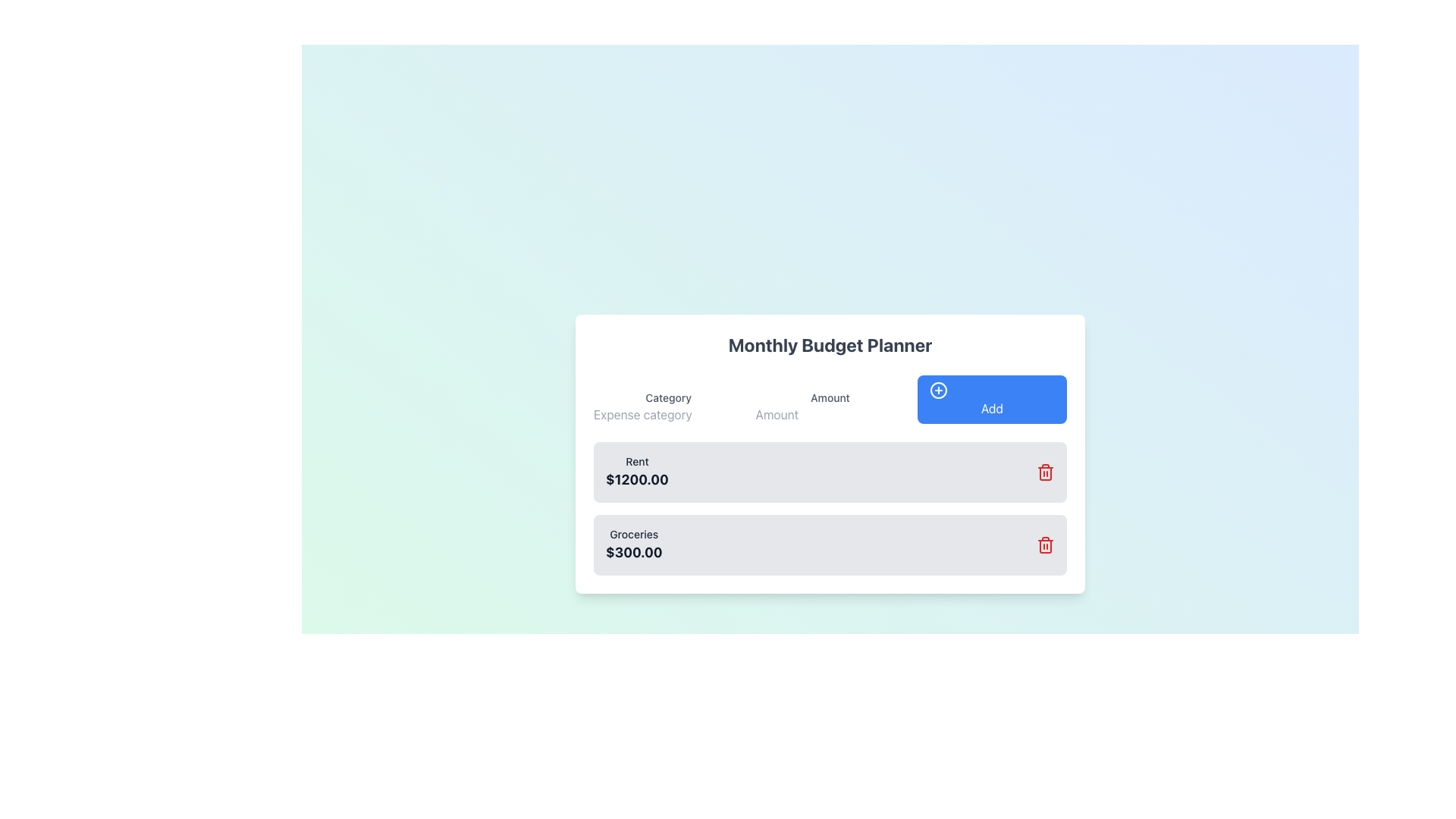 The image size is (1456, 819). Describe the element at coordinates (829, 472) in the screenshot. I see `the first item in the 'Monthly Budget Planner' list that displays an expense category and its value, positioned above 'Groceries $300.00'` at that location.